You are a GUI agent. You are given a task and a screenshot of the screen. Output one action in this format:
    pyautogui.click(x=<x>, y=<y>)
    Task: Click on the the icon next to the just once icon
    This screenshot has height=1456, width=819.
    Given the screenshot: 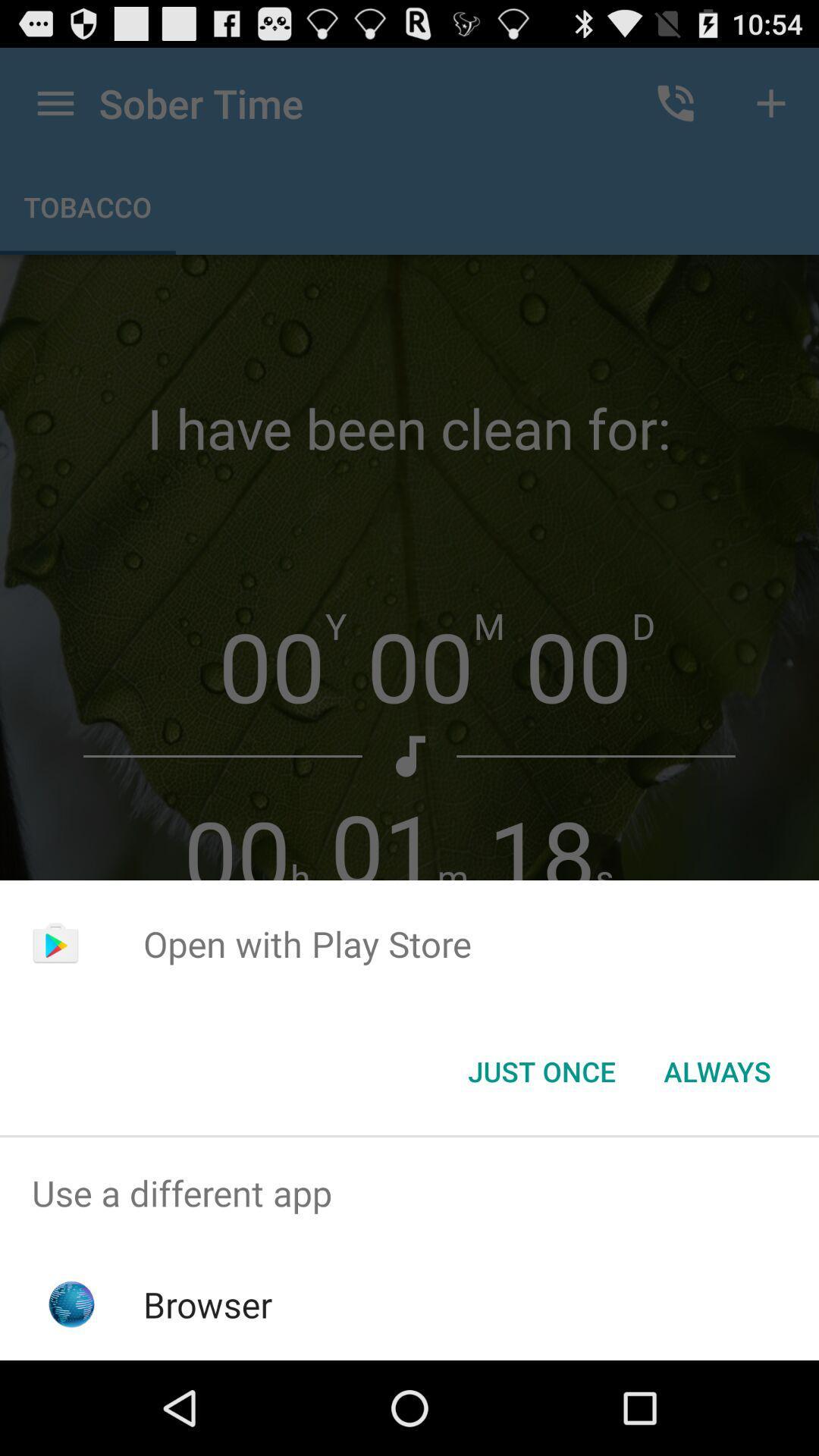 What is the action you would take?
    pyautogui.click(x=717, y=1070)
    